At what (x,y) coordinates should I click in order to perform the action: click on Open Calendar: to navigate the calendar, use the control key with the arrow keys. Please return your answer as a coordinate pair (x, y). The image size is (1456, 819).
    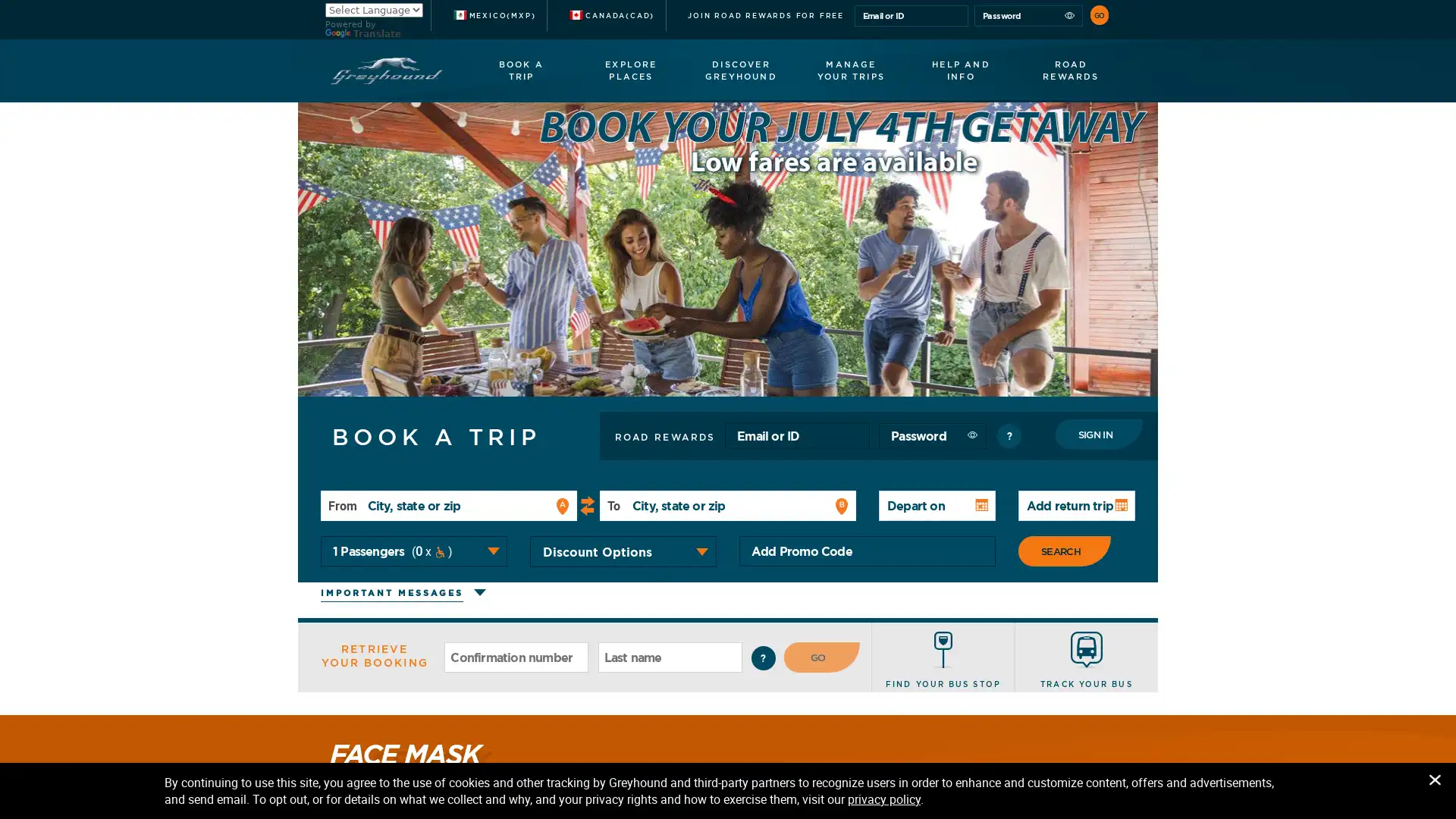
    Looking at the image, I should click on (1121, 505).